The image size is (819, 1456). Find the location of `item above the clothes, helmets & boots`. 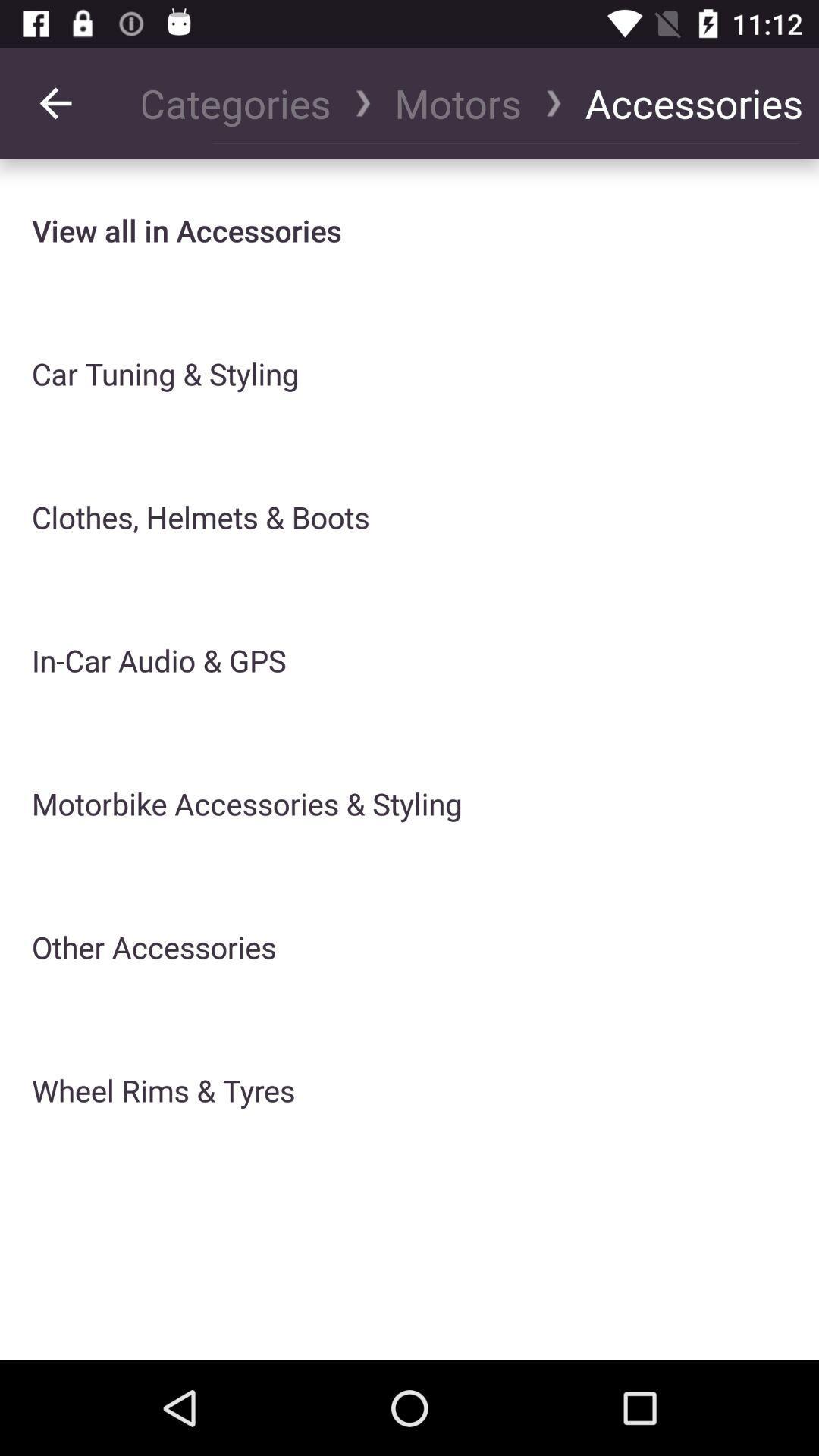

item above the clothes, helmets & boots is located at coordinates (165, 374).